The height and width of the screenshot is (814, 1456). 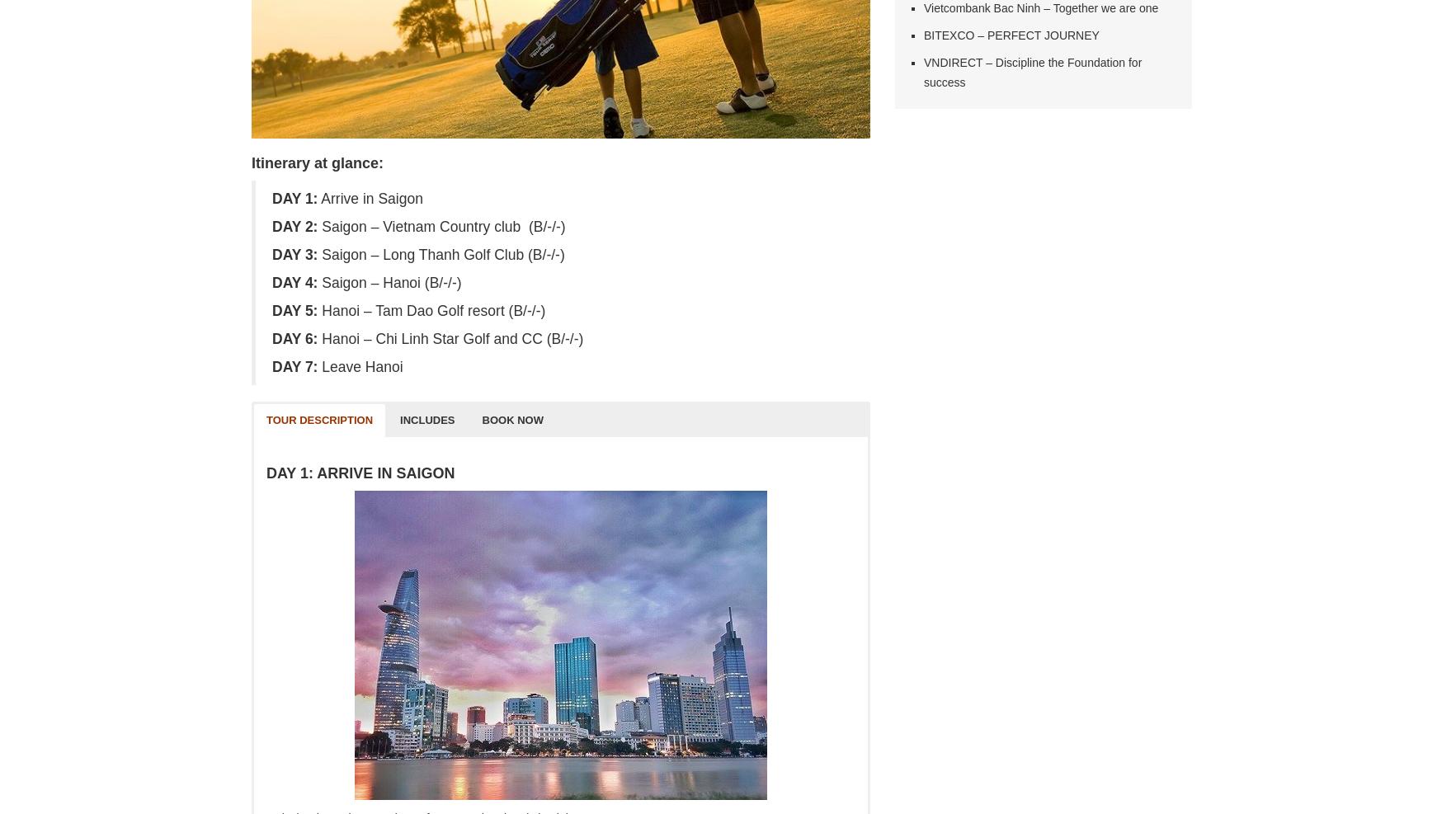 I want to click on 'Itinerary at glance:', so click(x=316, y=162).